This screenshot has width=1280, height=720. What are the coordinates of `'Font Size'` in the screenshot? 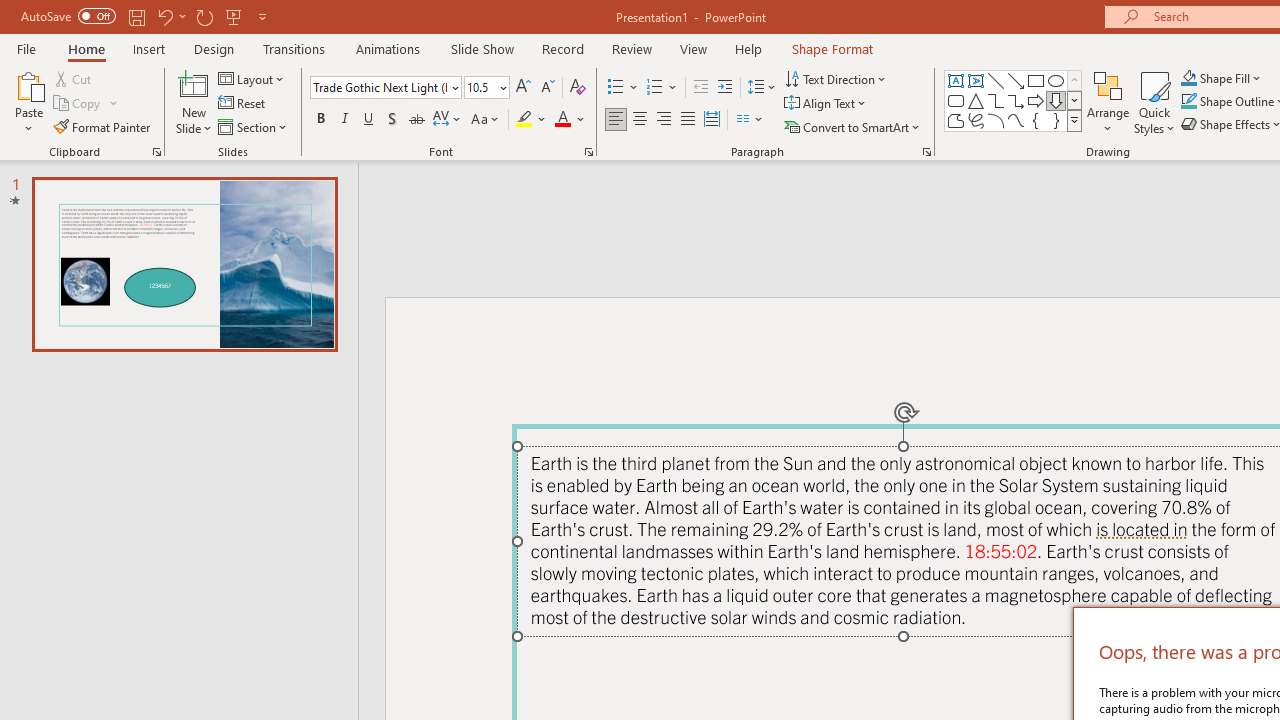 It's located at (486, 86).